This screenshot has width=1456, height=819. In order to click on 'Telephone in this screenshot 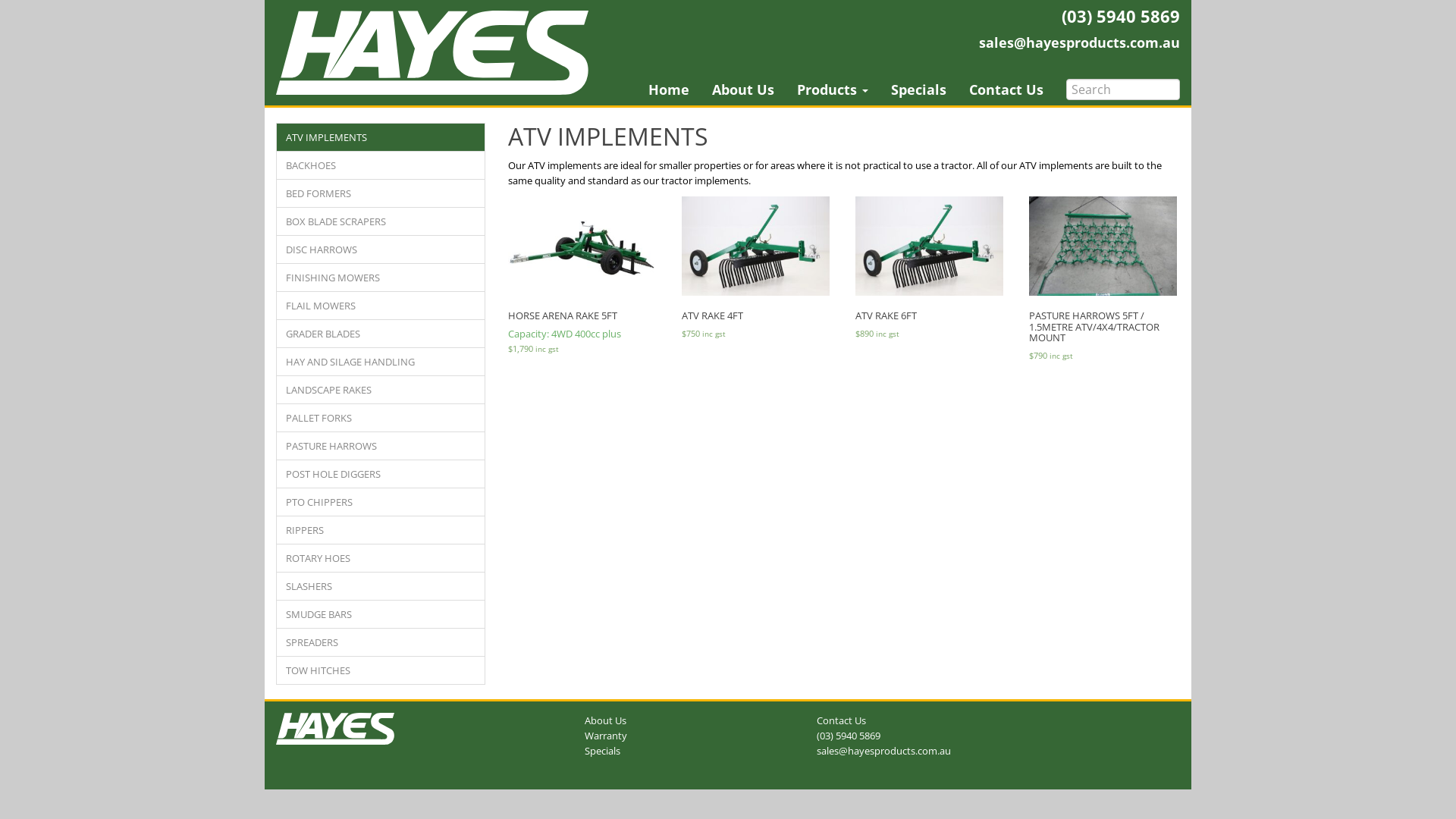, I will do `click(847, 734)`.